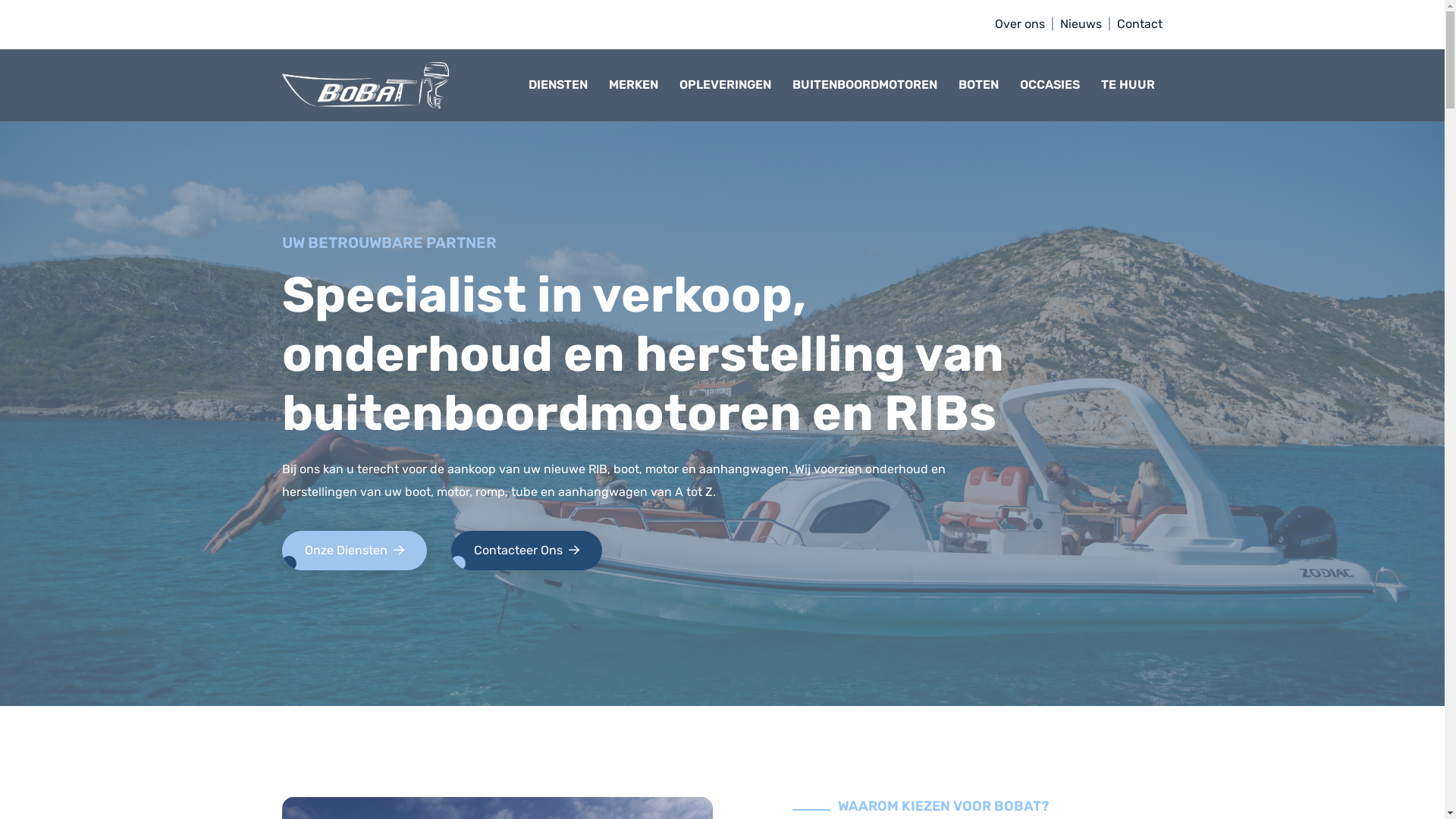  What do you see at coordinates (982, 85) in the screenshot?
I see `'BOTEN'` at bounding box center [982, 85].